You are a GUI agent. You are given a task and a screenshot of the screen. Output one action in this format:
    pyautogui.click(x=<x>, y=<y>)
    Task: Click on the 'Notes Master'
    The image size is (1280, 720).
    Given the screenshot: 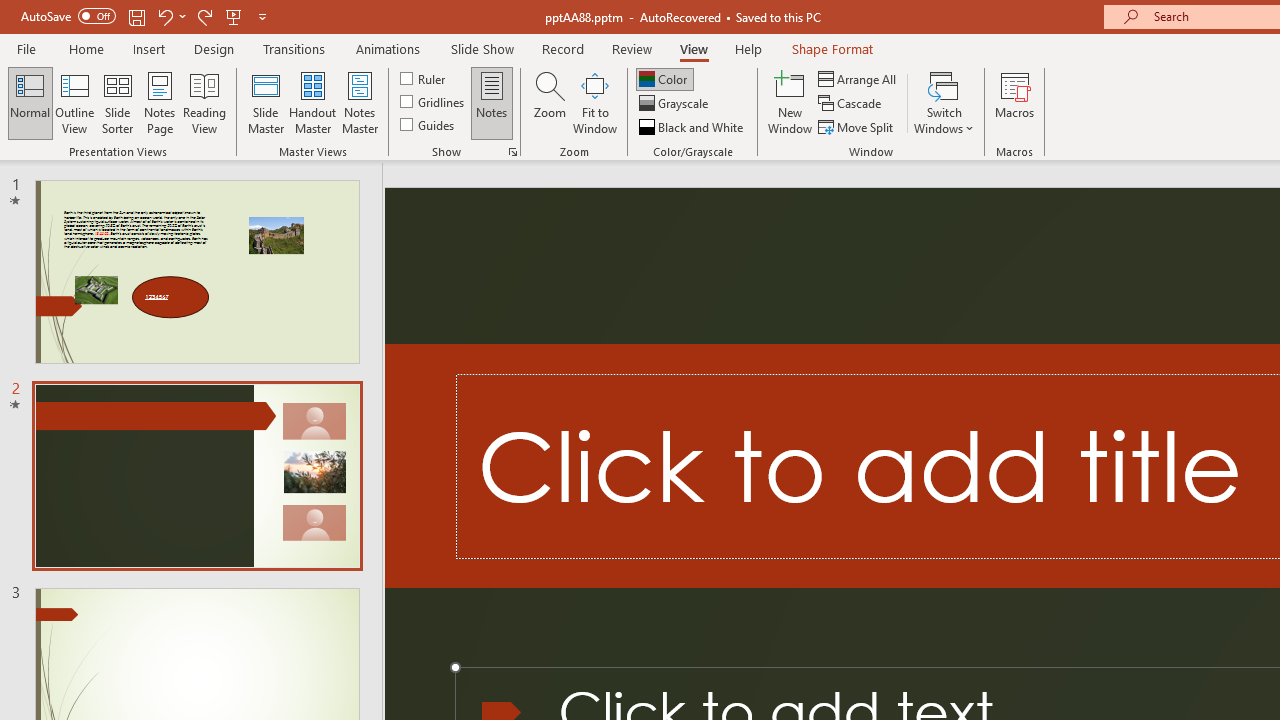 What is the action you would take?
    pyautogui.click(x=360, y=103)
    